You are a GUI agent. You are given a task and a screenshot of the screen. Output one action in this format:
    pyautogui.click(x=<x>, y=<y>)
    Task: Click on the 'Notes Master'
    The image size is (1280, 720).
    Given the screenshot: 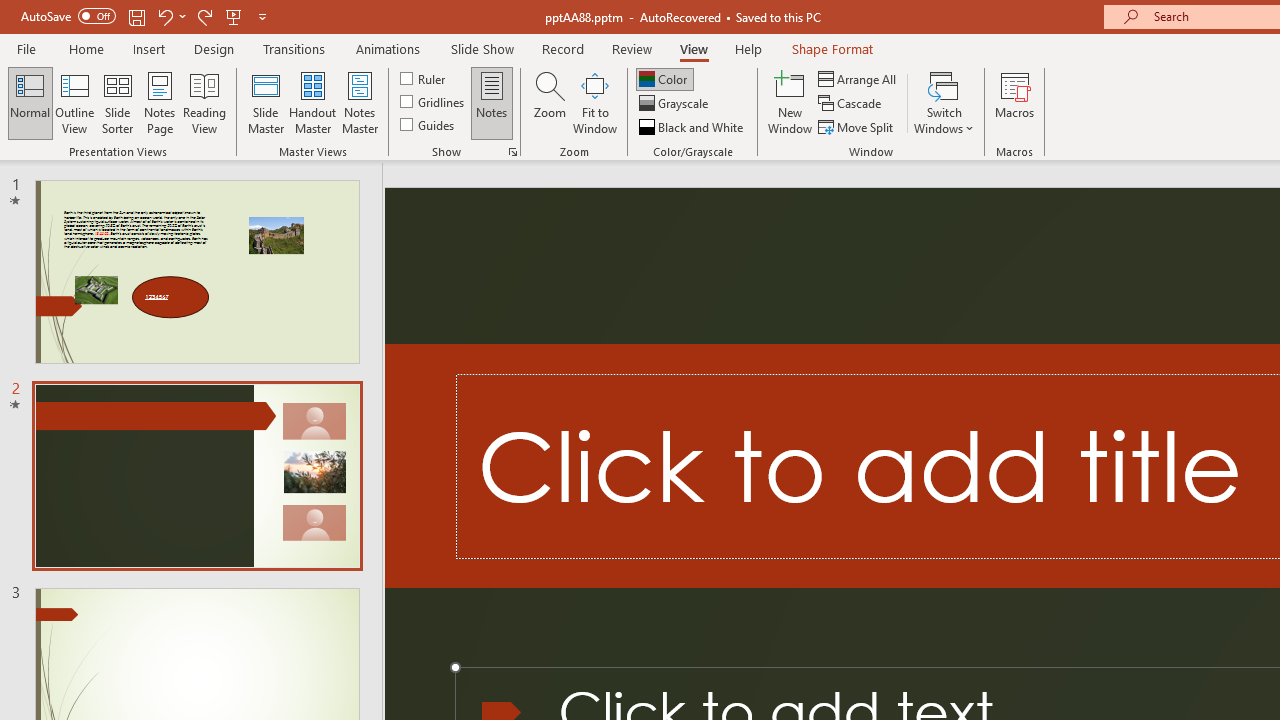 What is the action you would take?
    pyautogui.click(x=360, y=103)
    